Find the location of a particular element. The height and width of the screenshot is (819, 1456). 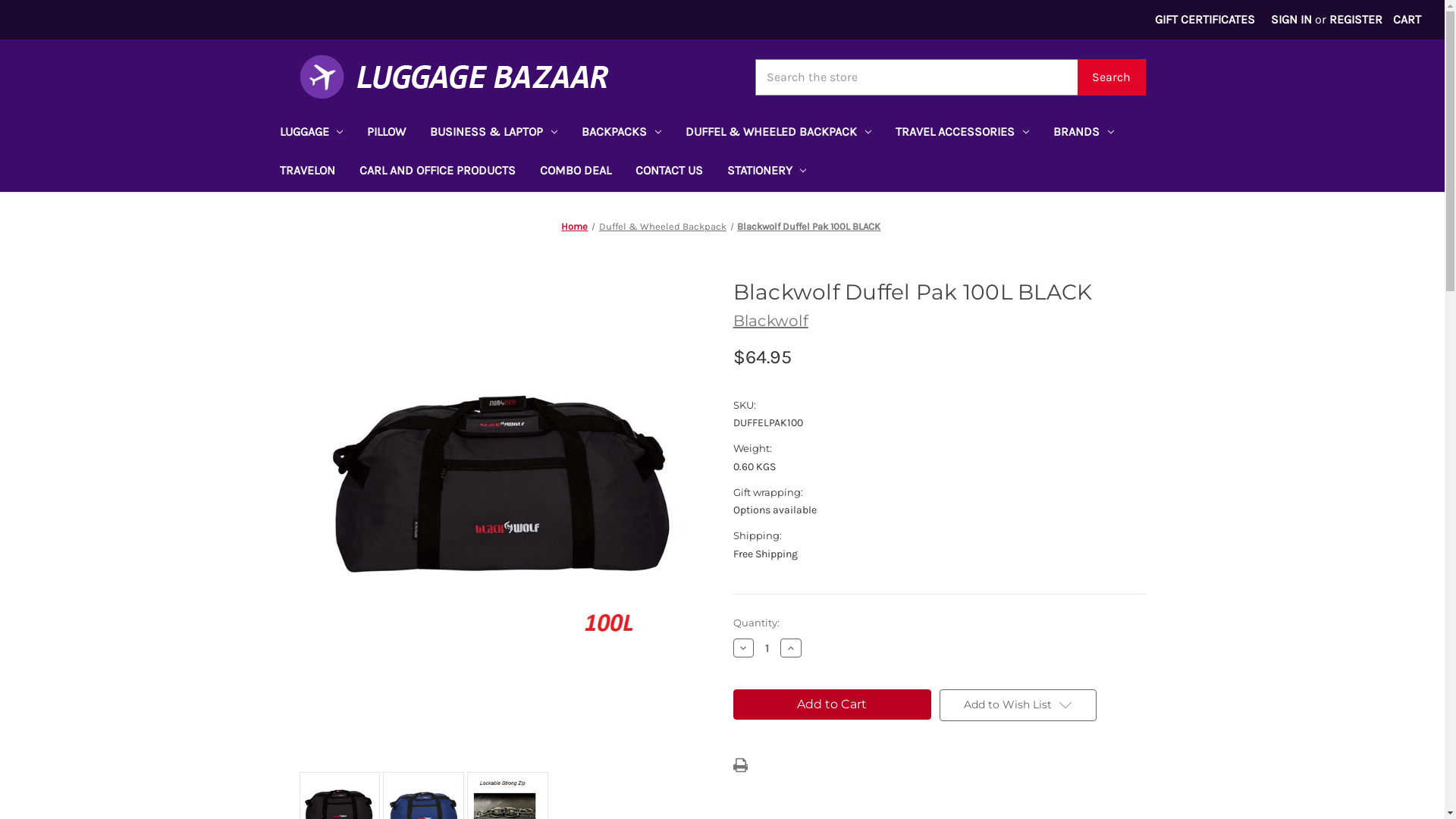

'Add to Wish List' is located at coordinates (1018, 704).